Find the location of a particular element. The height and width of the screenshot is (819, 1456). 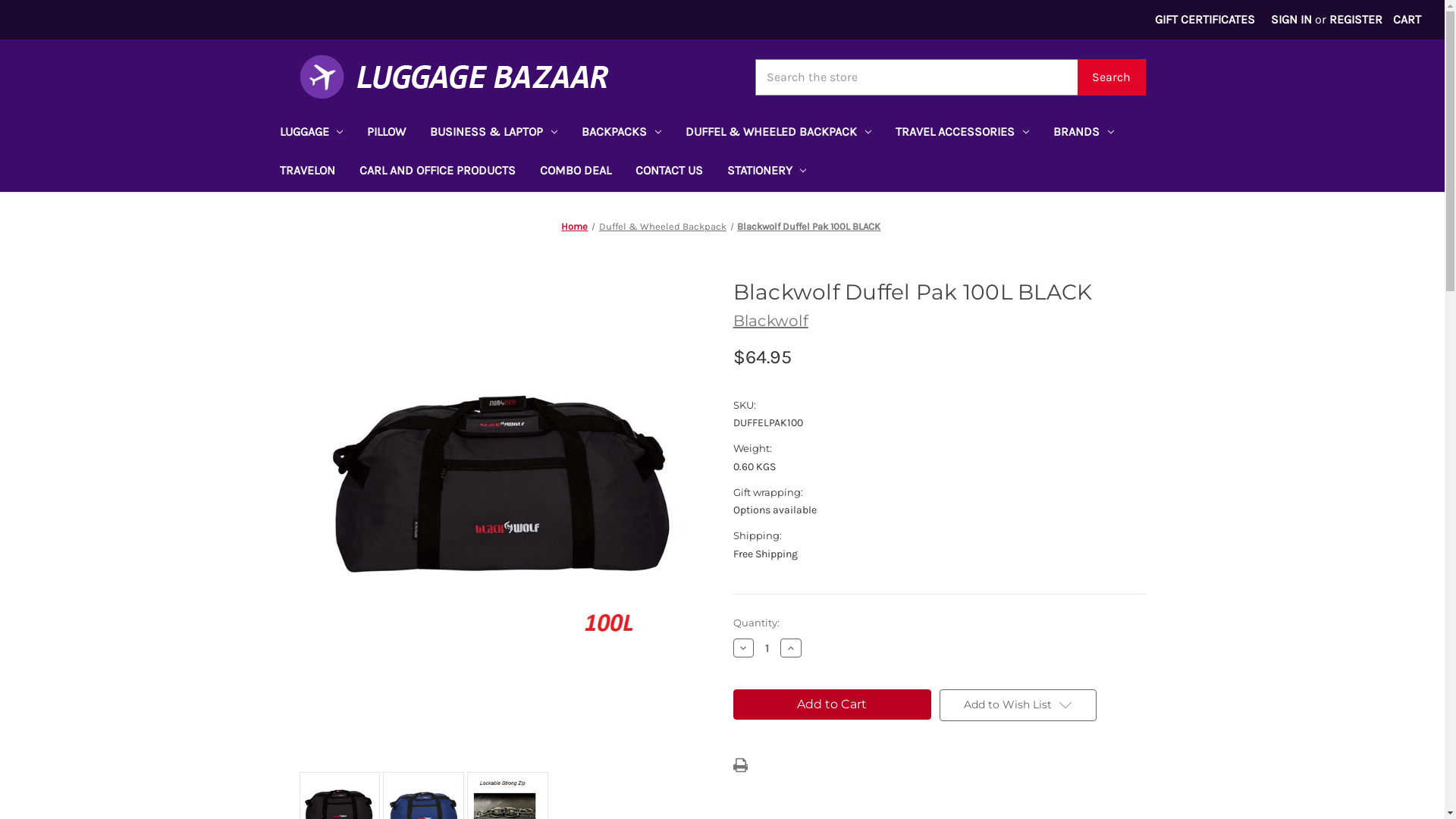

'Add to Wish List' is located at coordinates (1018, 704).